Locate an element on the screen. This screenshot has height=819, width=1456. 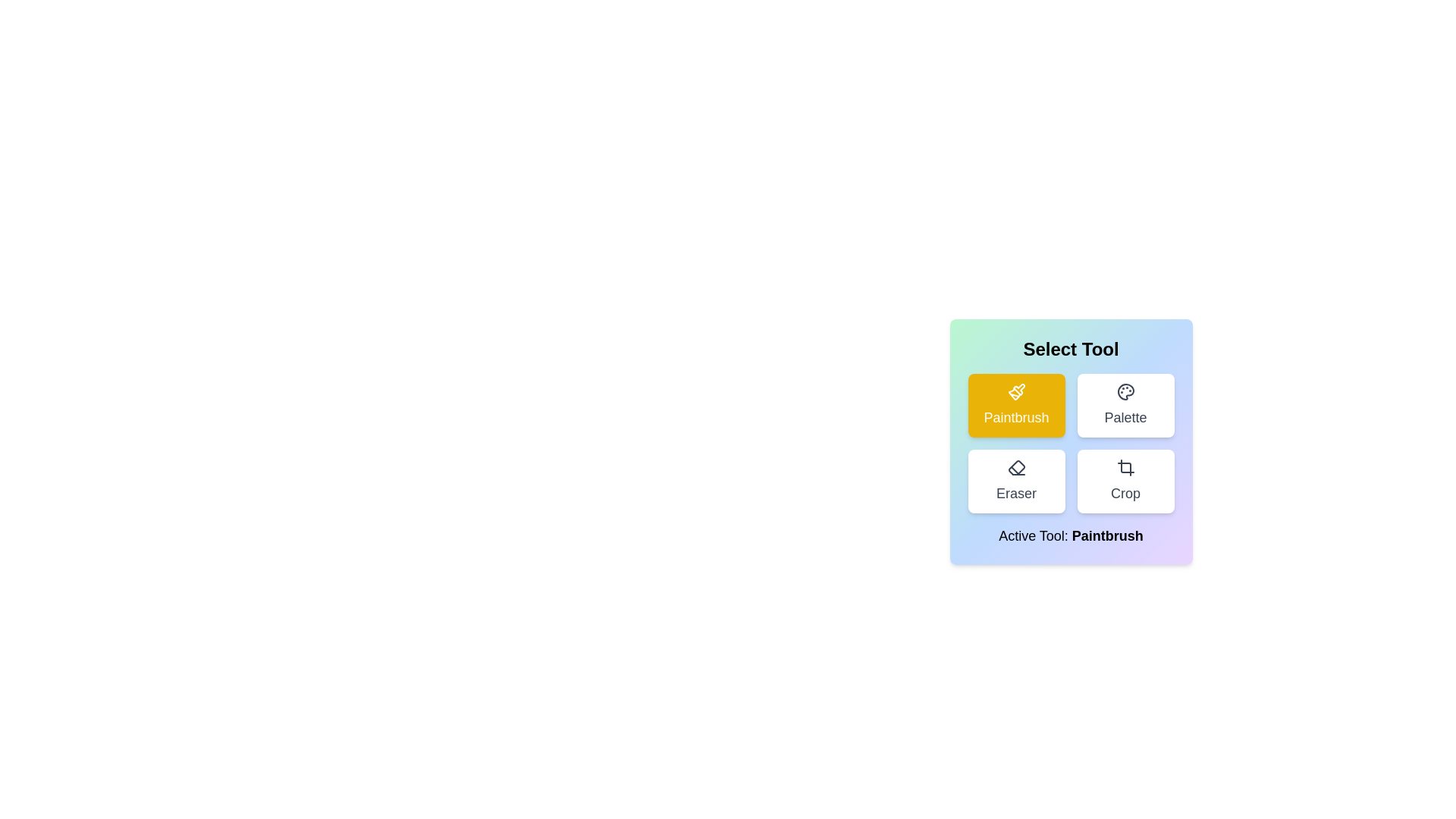
the button corresponding to the tool Crop is located at coordinates (1125, 482).